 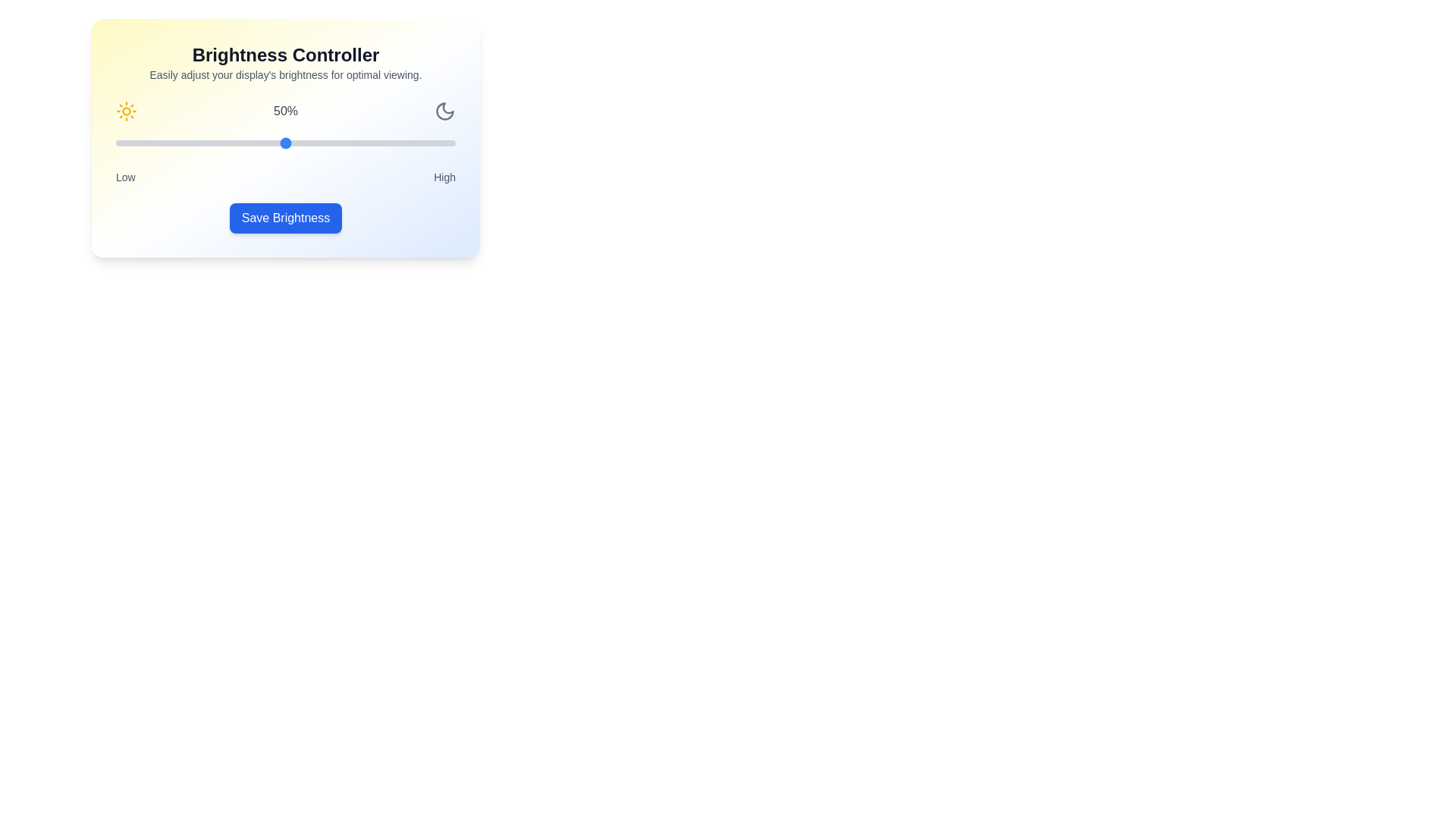 What do you see at coordinates (448, 143) in the screenshot?
I see `the brightness slider to 98%` at bounding box center [448, 143].